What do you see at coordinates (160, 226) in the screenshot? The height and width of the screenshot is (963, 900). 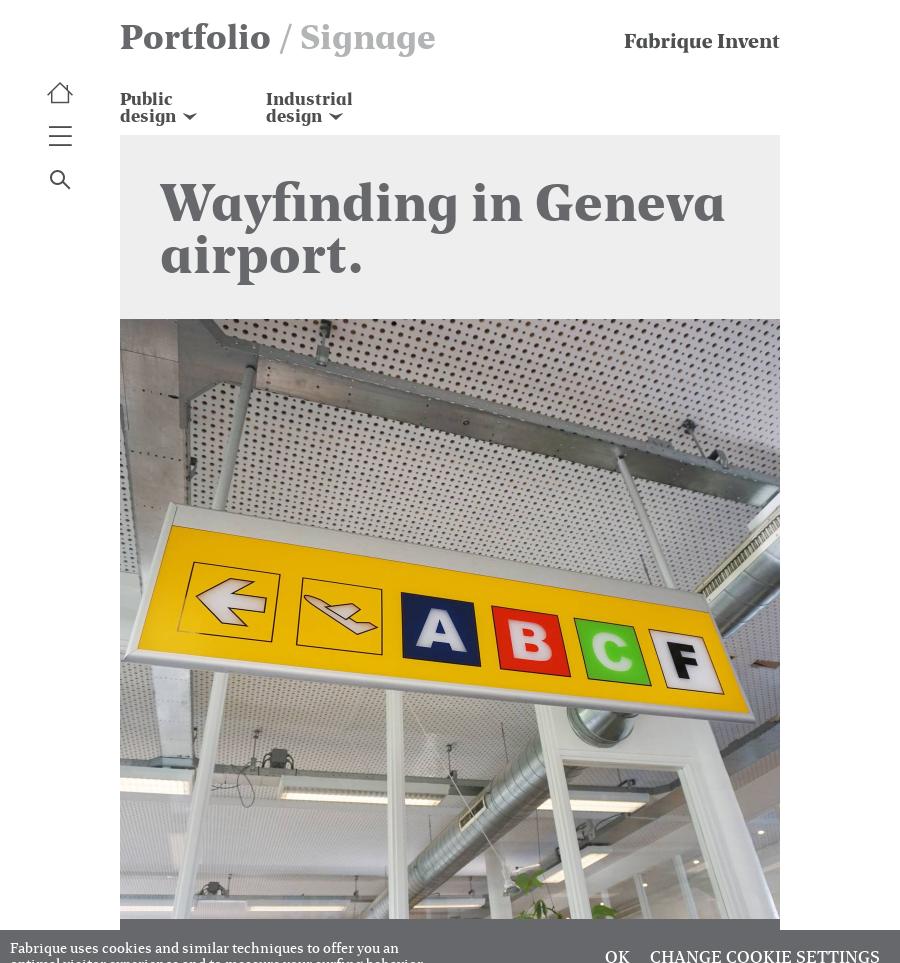 I see `'Wayfinding in Geneva airport.'` at bounding box center [160, 226].